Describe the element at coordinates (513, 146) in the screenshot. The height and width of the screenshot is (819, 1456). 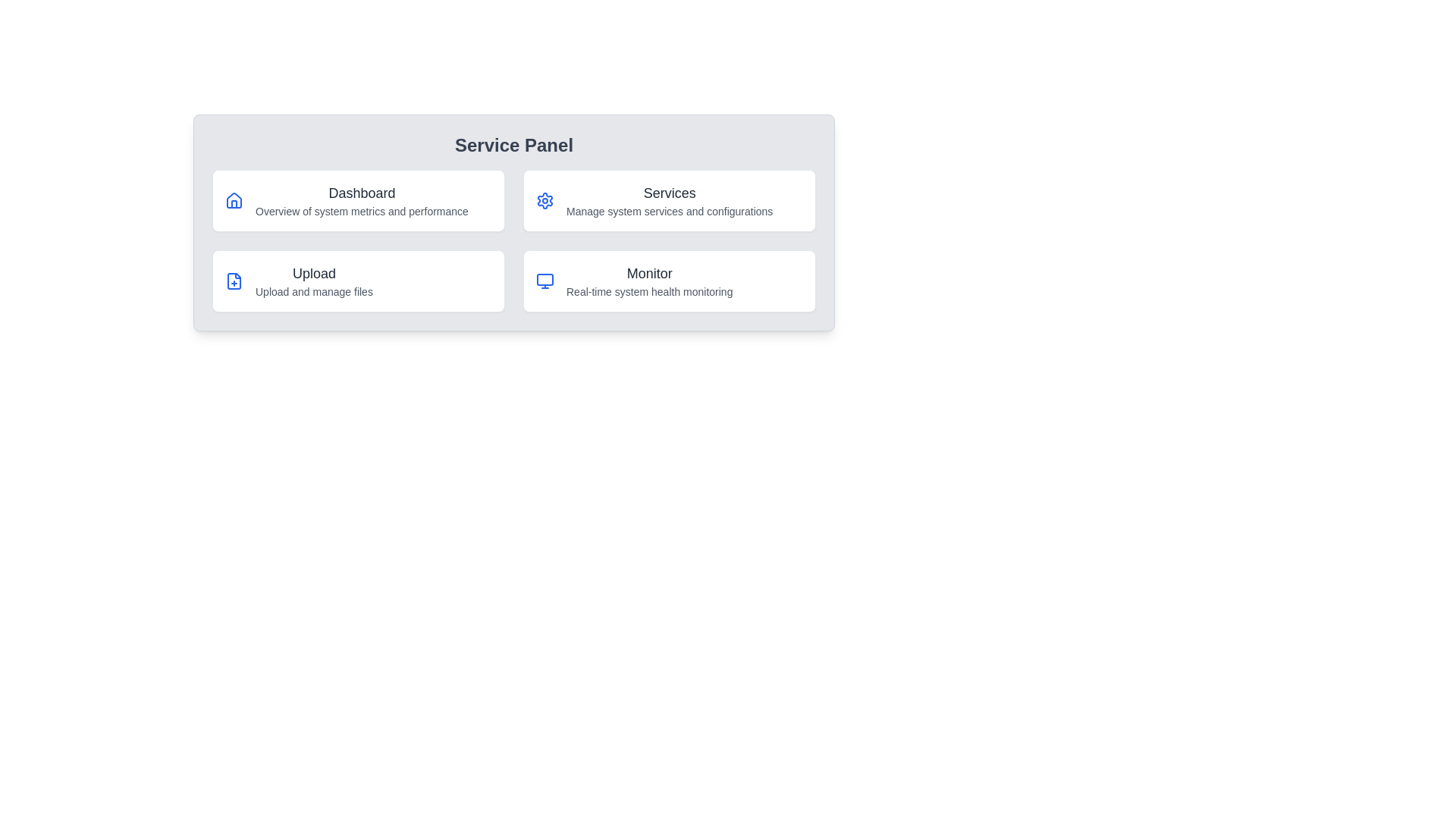
I see `the title text component at the top of the panel layout, which serves as the header for managing services` at that location.